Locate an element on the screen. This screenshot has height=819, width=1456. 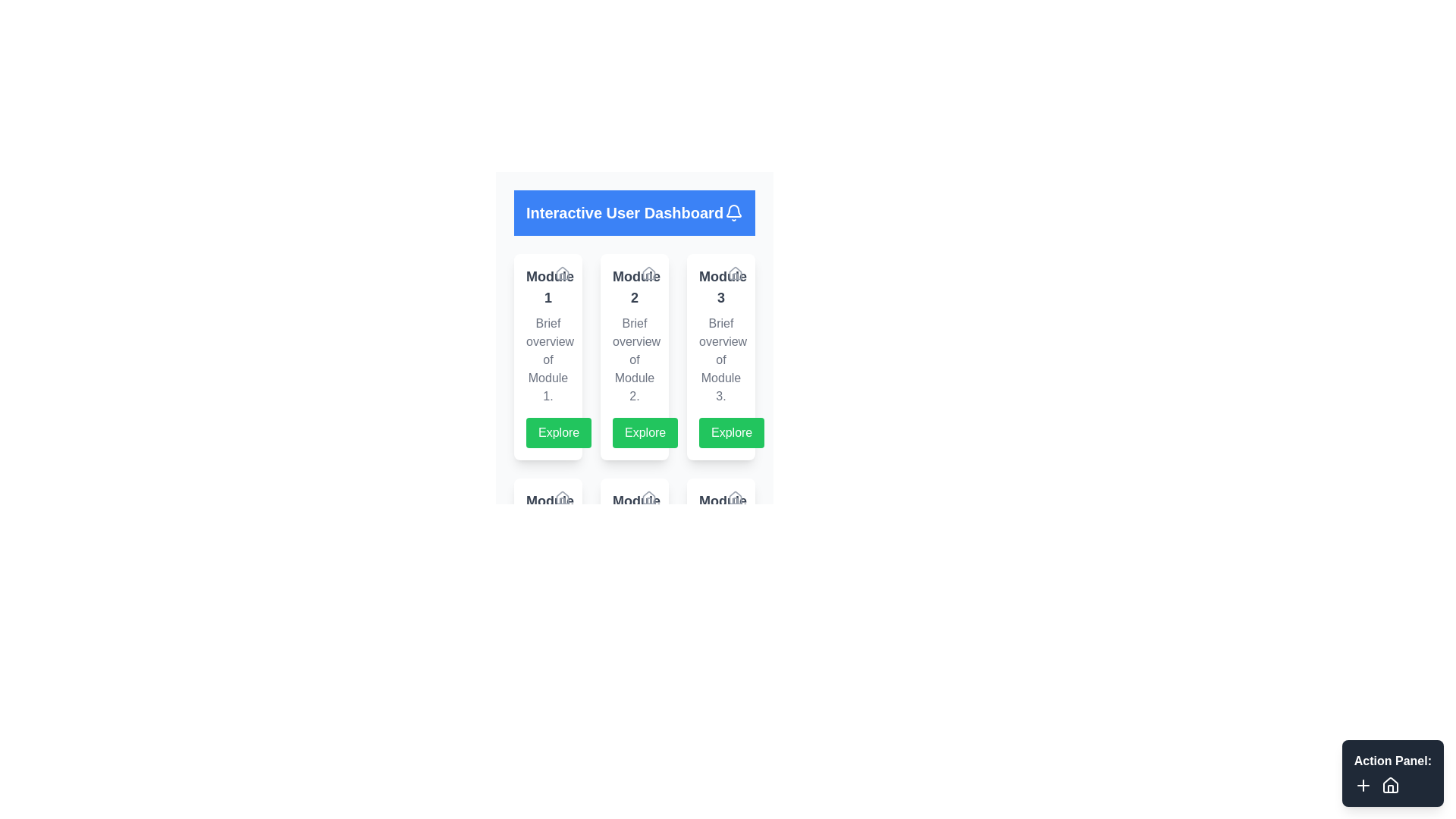
the notification bell icon located at the top-right of the interface, adjacent to the 'Interactive User Dashboard' title is located at coordinates (734, 211).